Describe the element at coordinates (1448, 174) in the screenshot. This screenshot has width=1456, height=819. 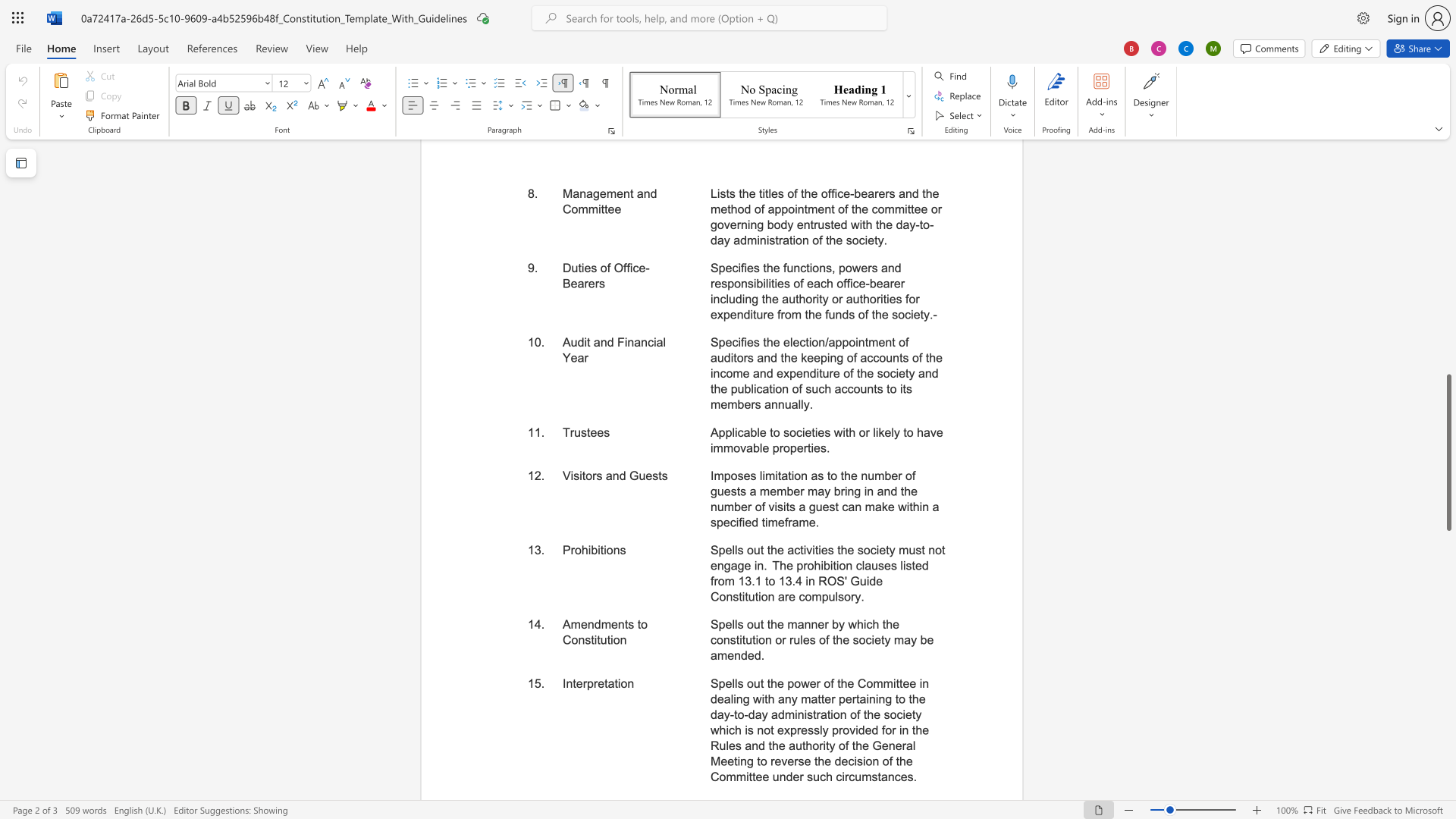
I see `the scrollbar to adjust the page upward` at that location.